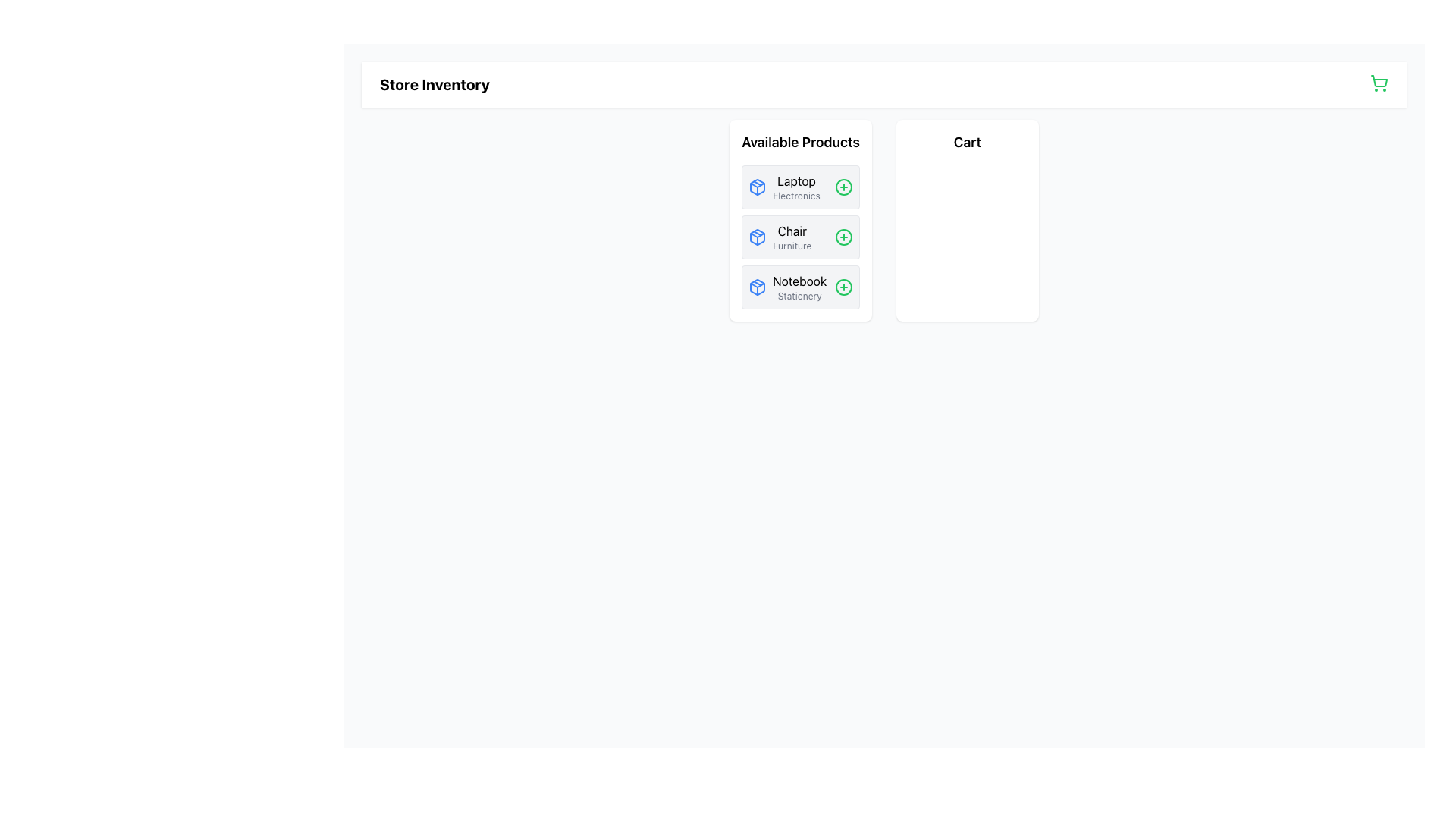  What do you see at coordinates (795, 195) in the screenshot?
I see `the secondary descriptive text label categorizing 'Laptop' under the 'Electronics' category, located in the 'Available Products' section` at bounding box center [795, 195].